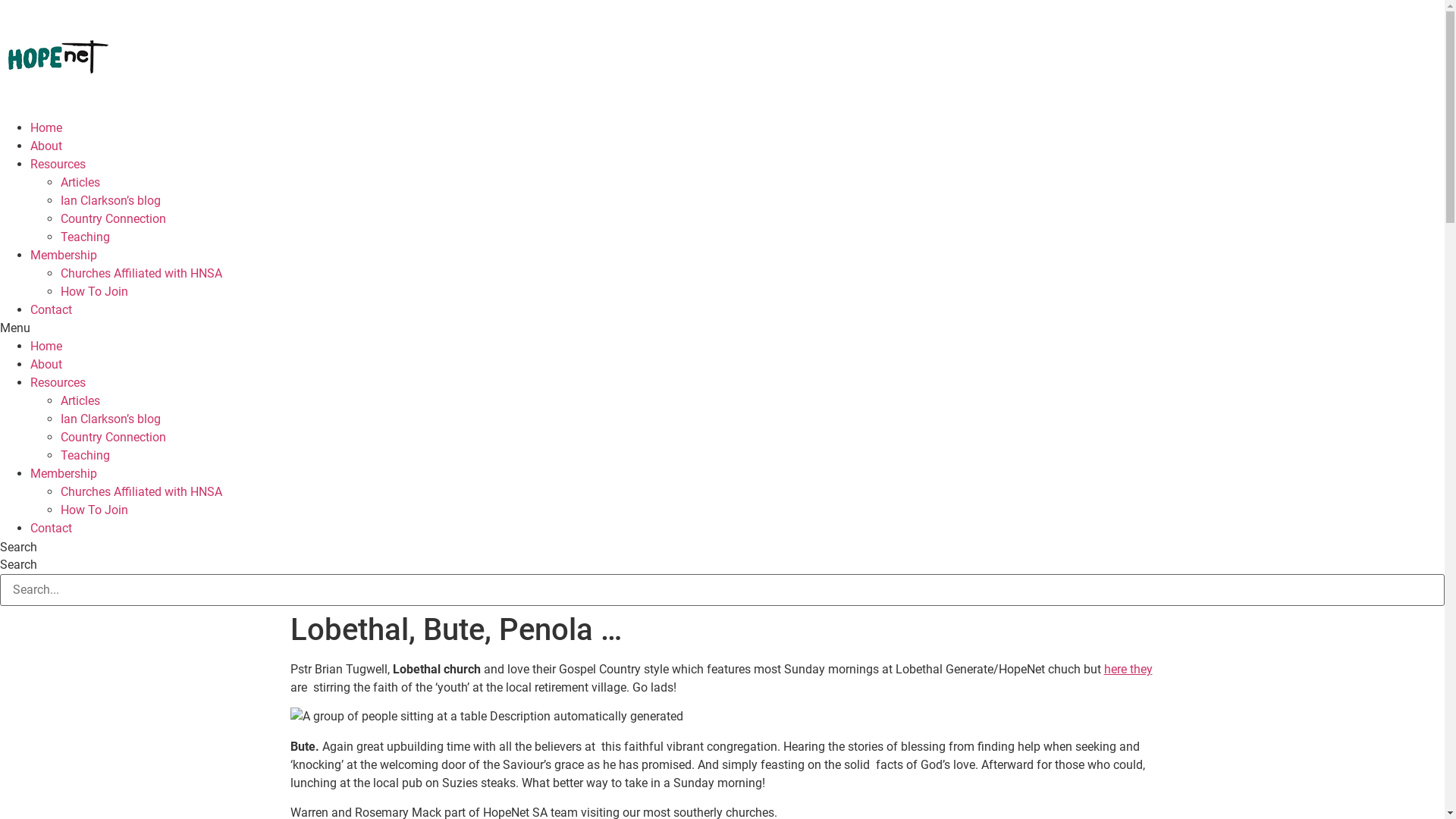  I want to click on 'Teaching', so click(61, 454).